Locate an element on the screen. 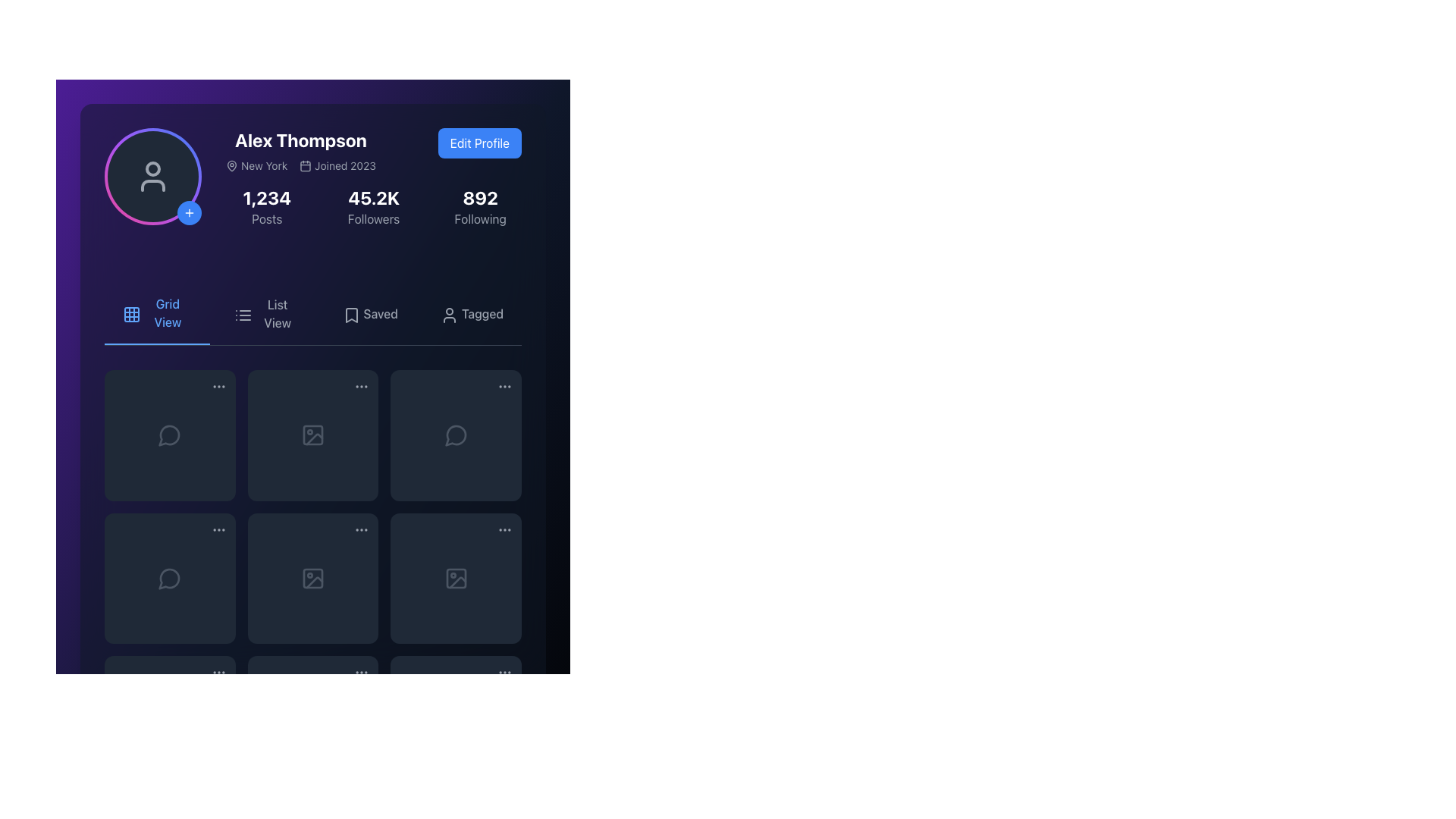 The height and width of the screenshot is (819, 1456). the rectangular shape element with rounded corners, which is part of an image icon located in the second row and third column of the grid layout is located at coordinates (312, 579).